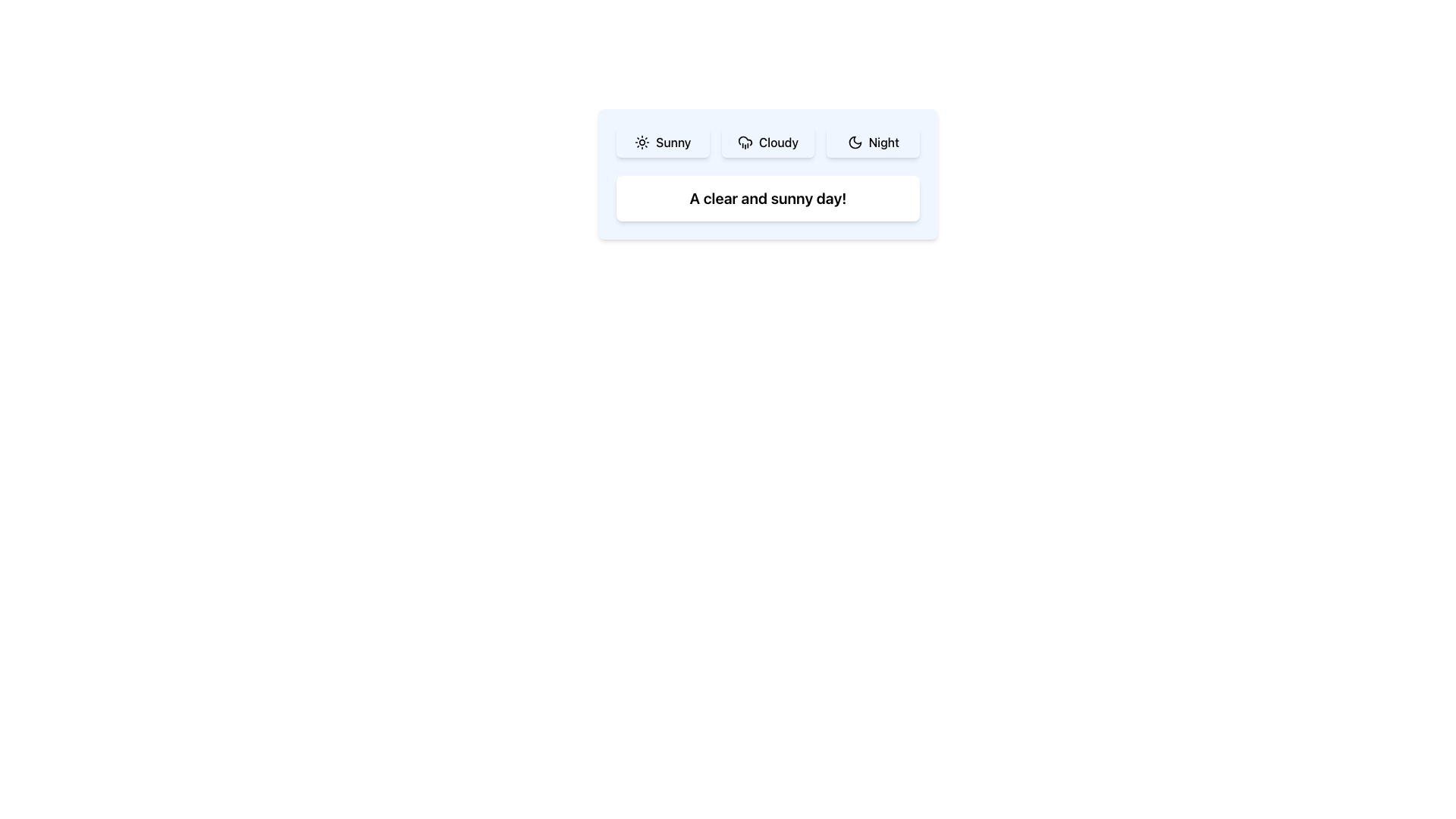 This screenshot has width=1456, height=819. What do you see at coordinates (745, 143) in the screenshot?
I see `the 'Cloudy' weather icon in the selection menu, which represents cloudy with rain` at bounding box center [745, 143].